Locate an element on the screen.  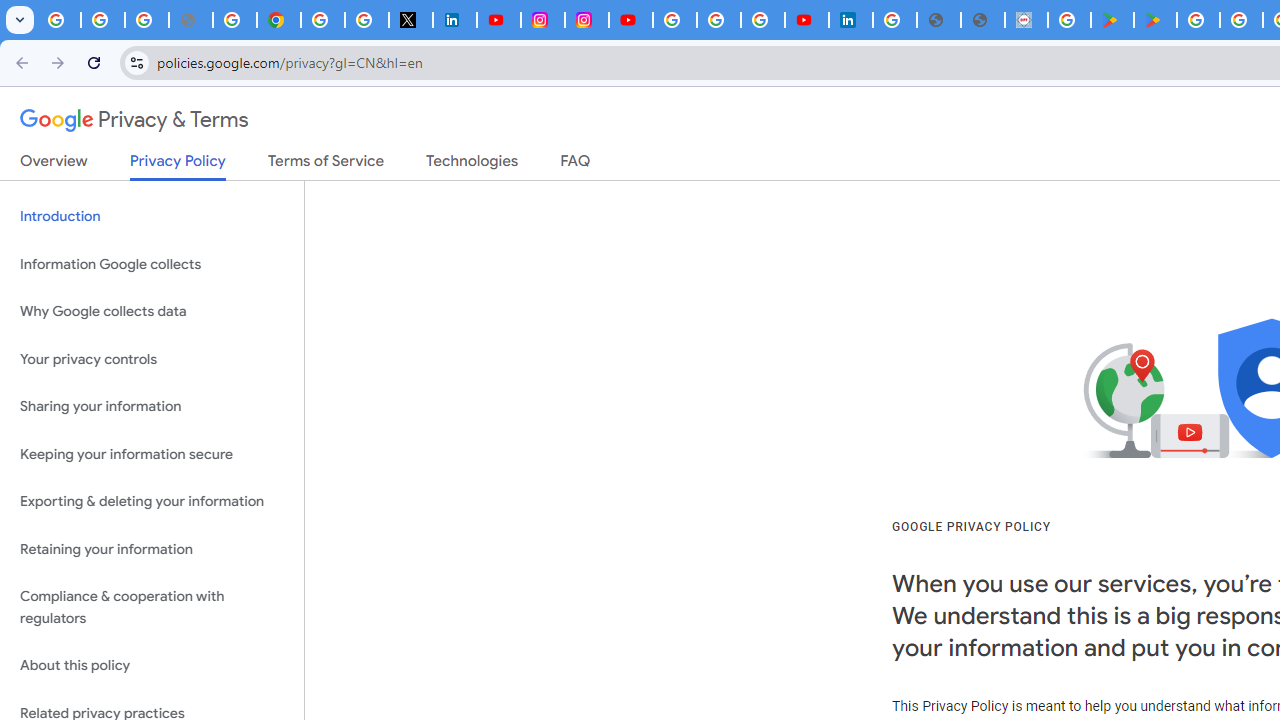
'Sign in - Google Accounts' is located at coordinates (893, 20).